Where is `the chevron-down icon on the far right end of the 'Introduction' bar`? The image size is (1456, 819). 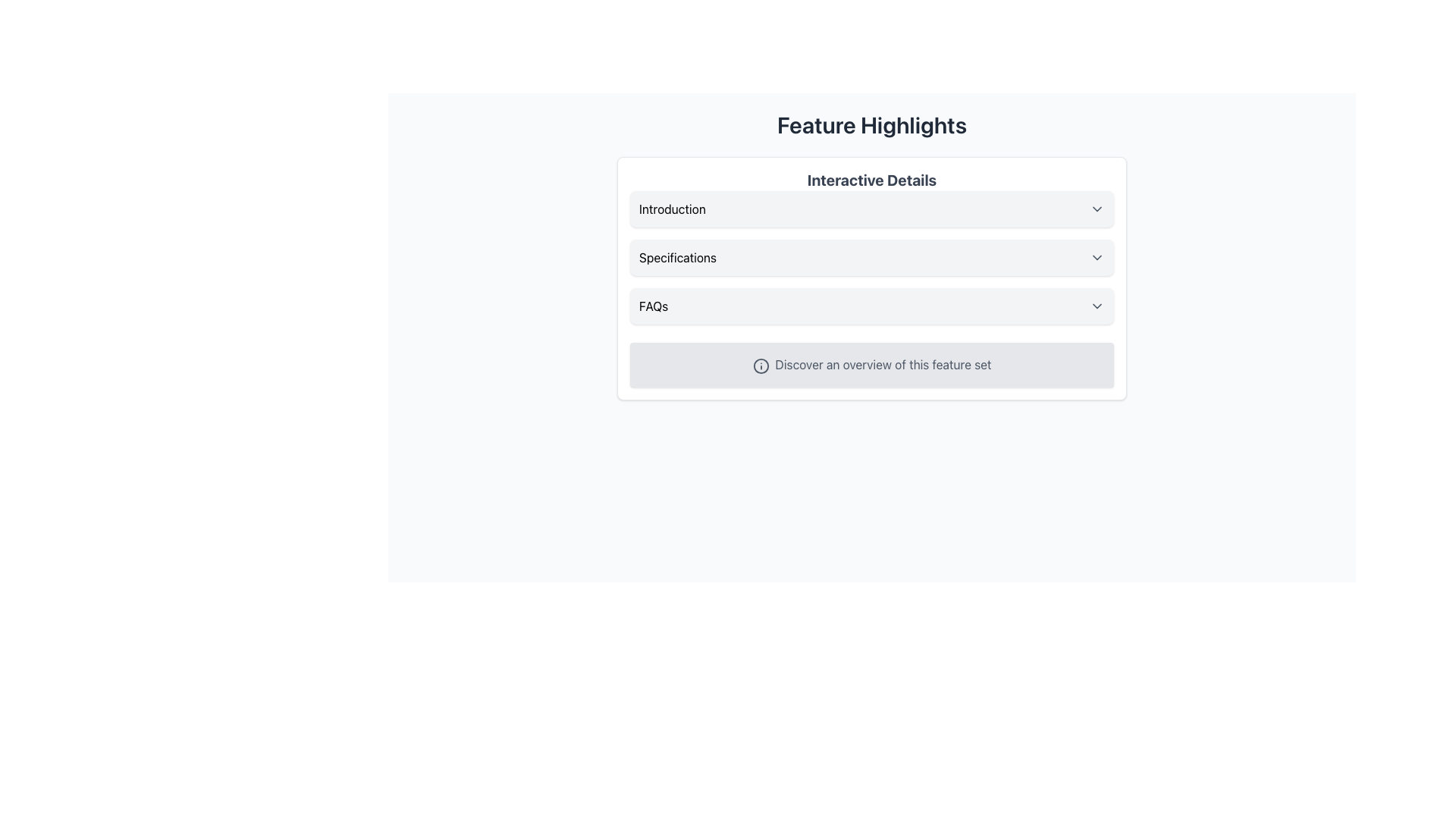 the chevron-down icon on the far right end of the 'Introduction' bar is located at coordinates (1097, 209).